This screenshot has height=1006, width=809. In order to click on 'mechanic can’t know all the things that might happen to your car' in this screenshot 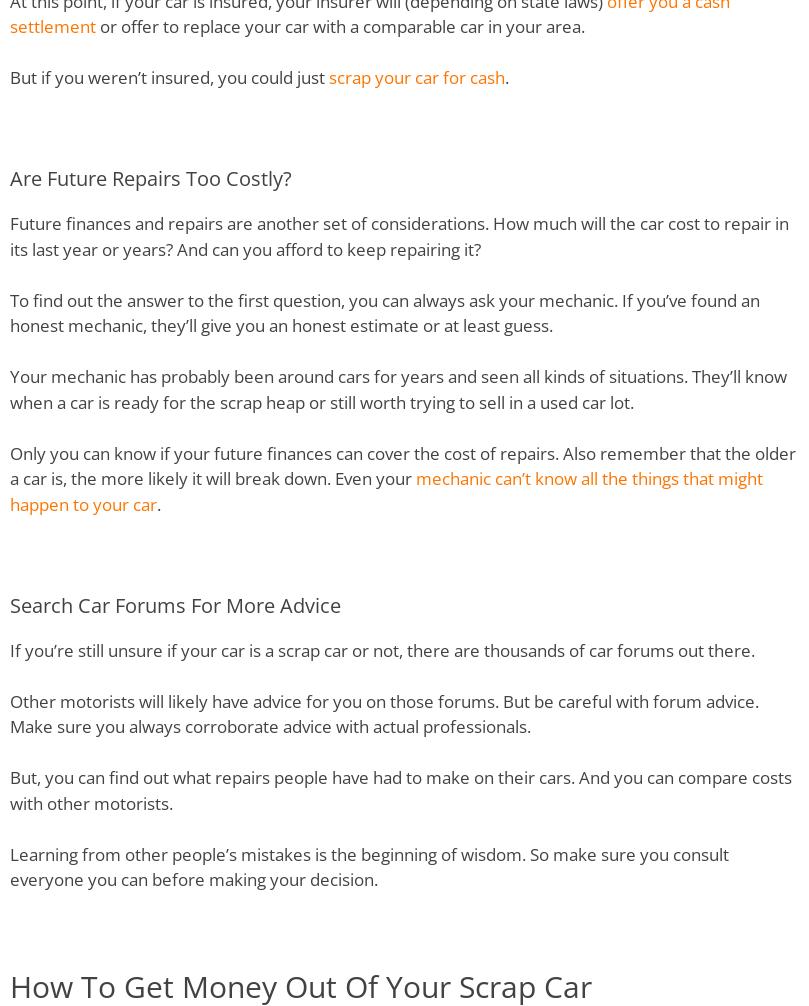, I will do `click(386, 490)`.